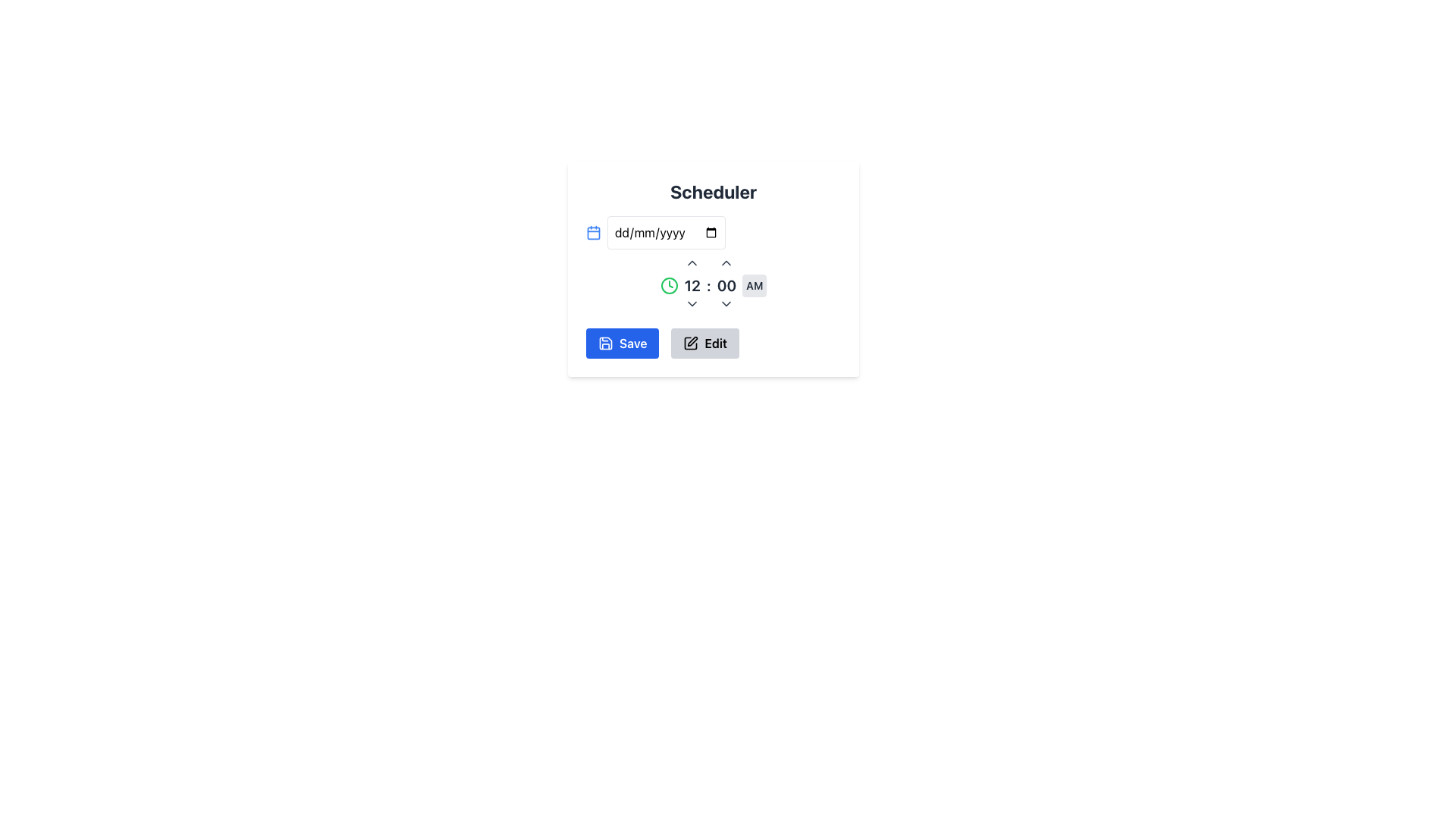 This screenshot has height=819, width=1456. I want to click on the 'Save' button with a blue background and white text located under the 'Scheduler' header, so click(623, 343).